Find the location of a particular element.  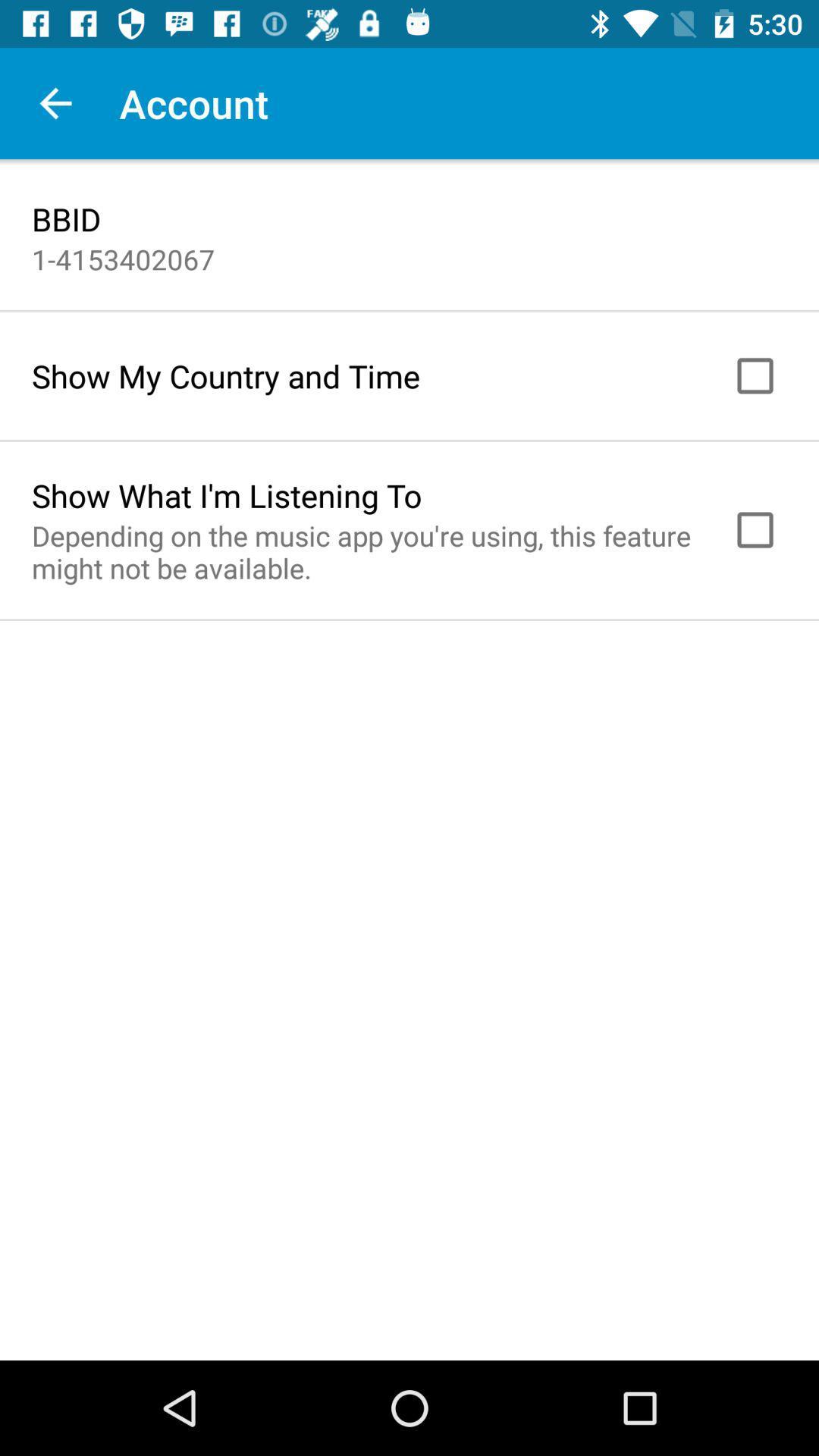

the item next to the account item is located at coordinates (55, 102).